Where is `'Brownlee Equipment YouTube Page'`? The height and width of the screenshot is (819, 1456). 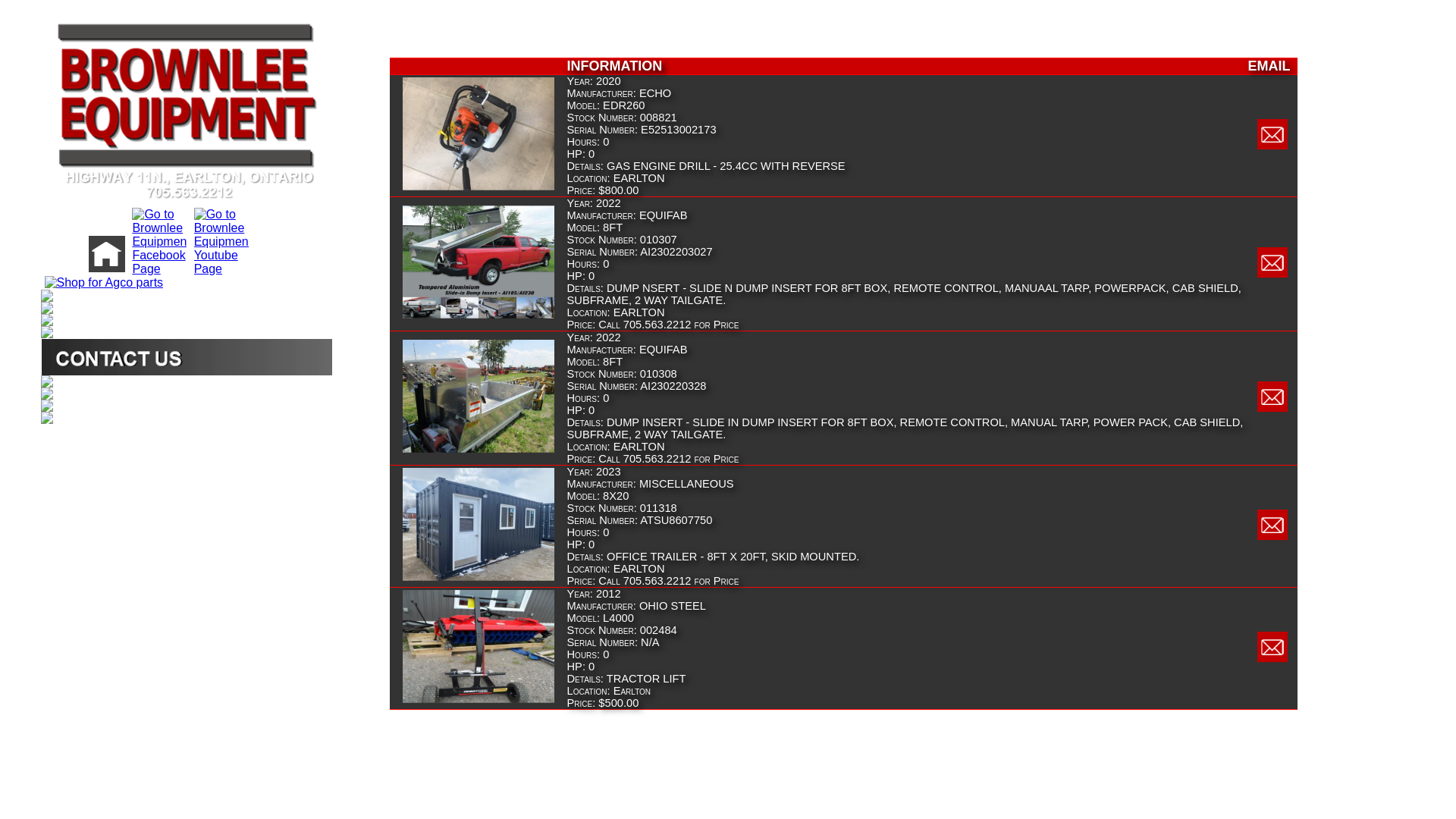
'Brownlee Equipment YouTube Page' is located at coordinates (218, 268).